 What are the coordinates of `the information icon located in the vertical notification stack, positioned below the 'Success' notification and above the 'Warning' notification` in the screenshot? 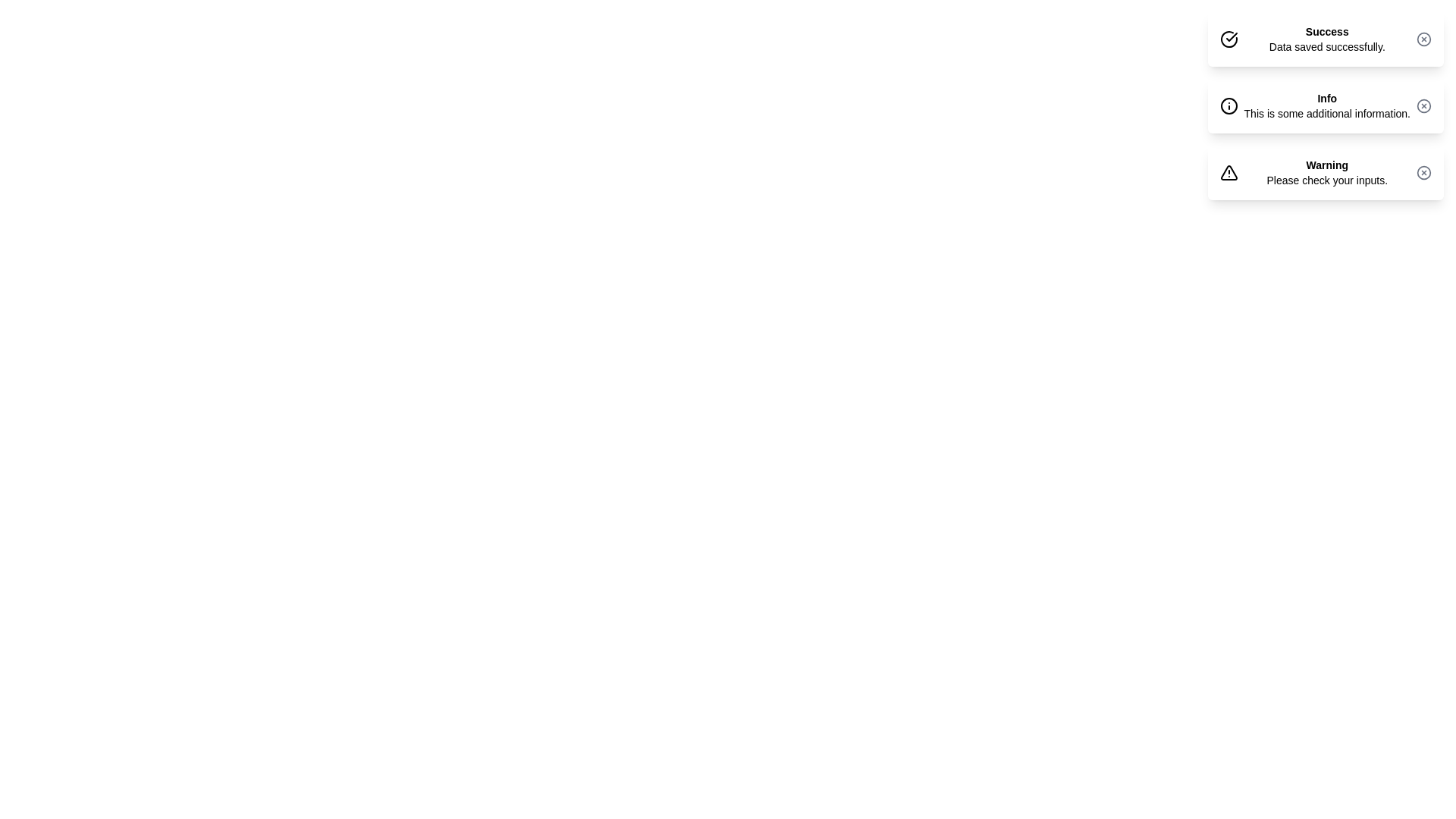 It's located at (1228, 105).